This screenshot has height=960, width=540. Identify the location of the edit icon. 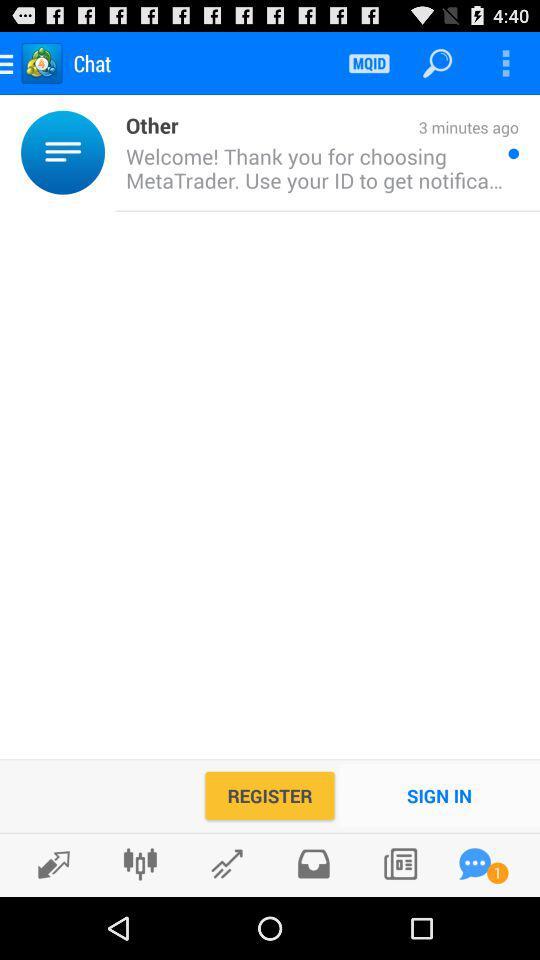
(48, 925).